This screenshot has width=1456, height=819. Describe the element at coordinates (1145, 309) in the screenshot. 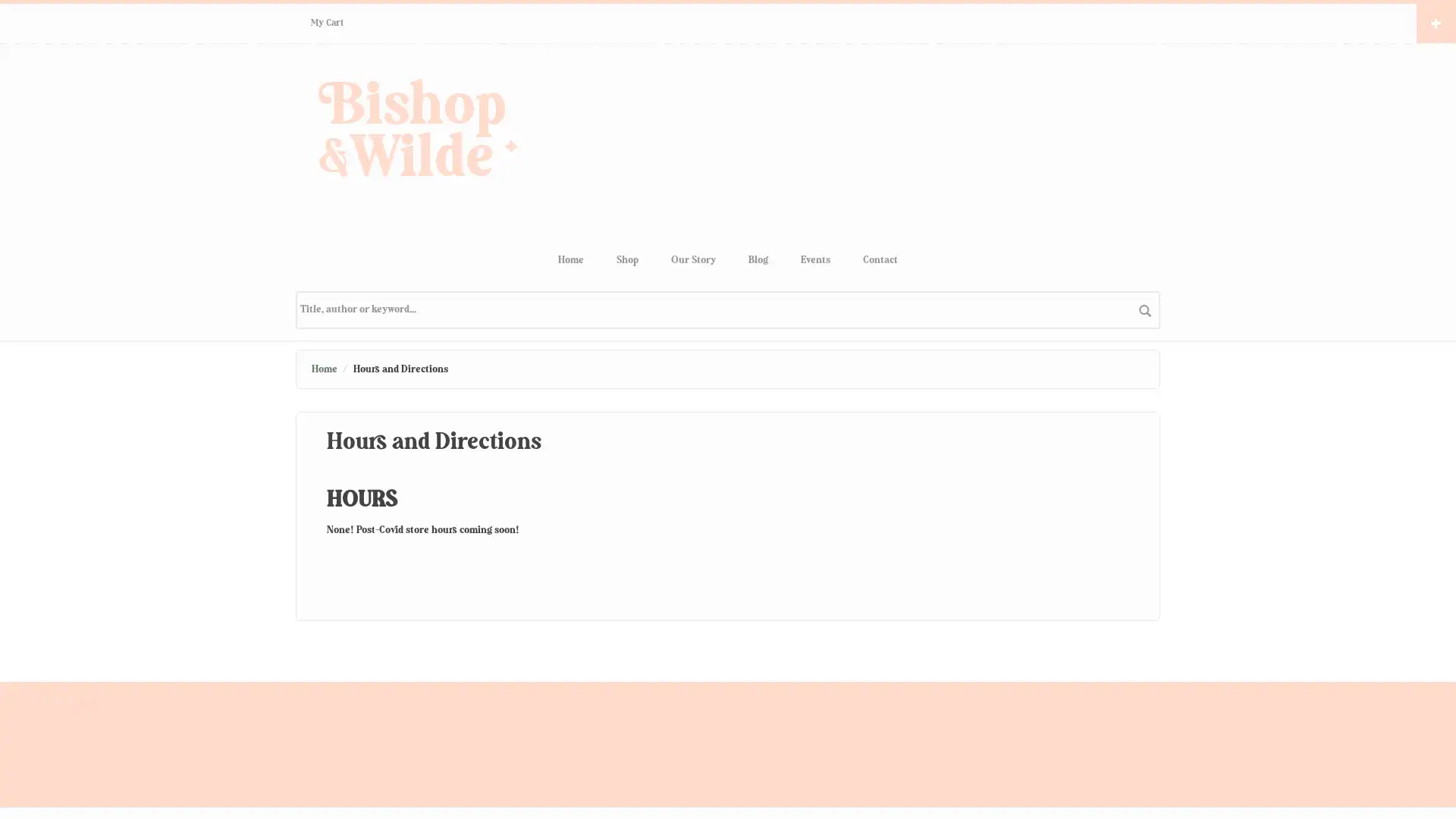

I see `search` at that location.